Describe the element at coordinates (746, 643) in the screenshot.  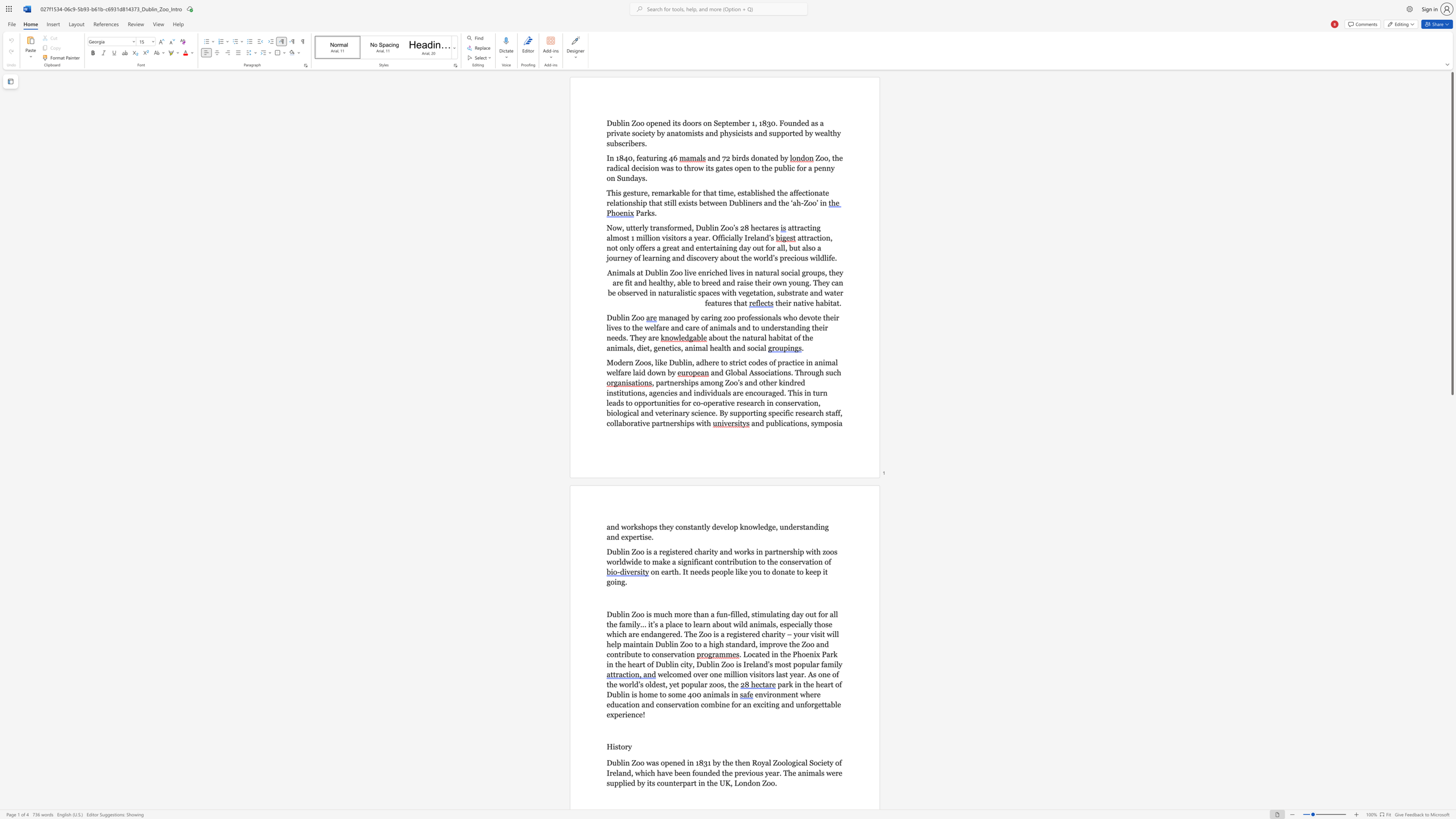
I see `the 3th character "a" in the text` at that location.